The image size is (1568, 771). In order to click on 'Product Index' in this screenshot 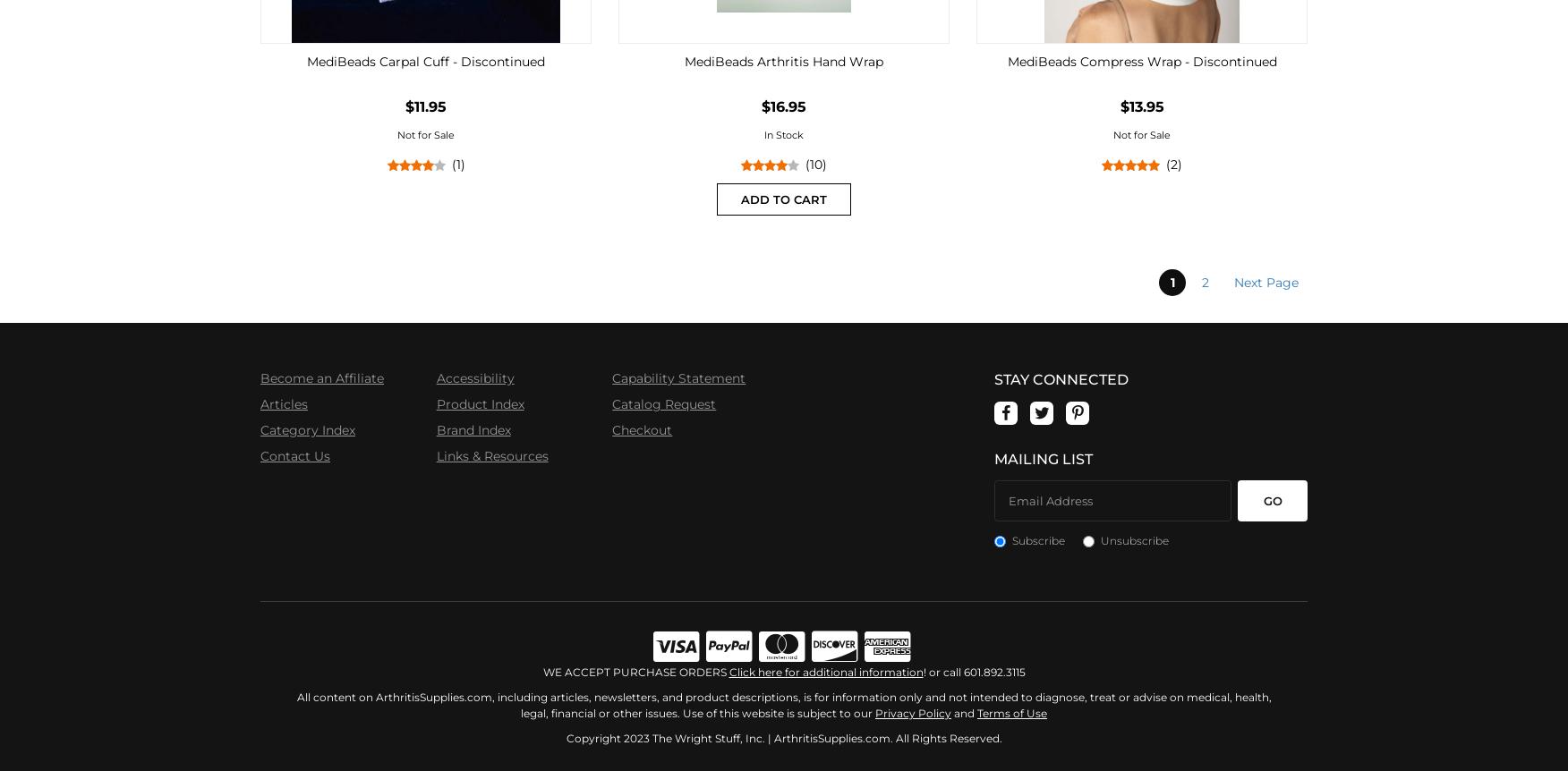, I will do `click(478, 404)`.